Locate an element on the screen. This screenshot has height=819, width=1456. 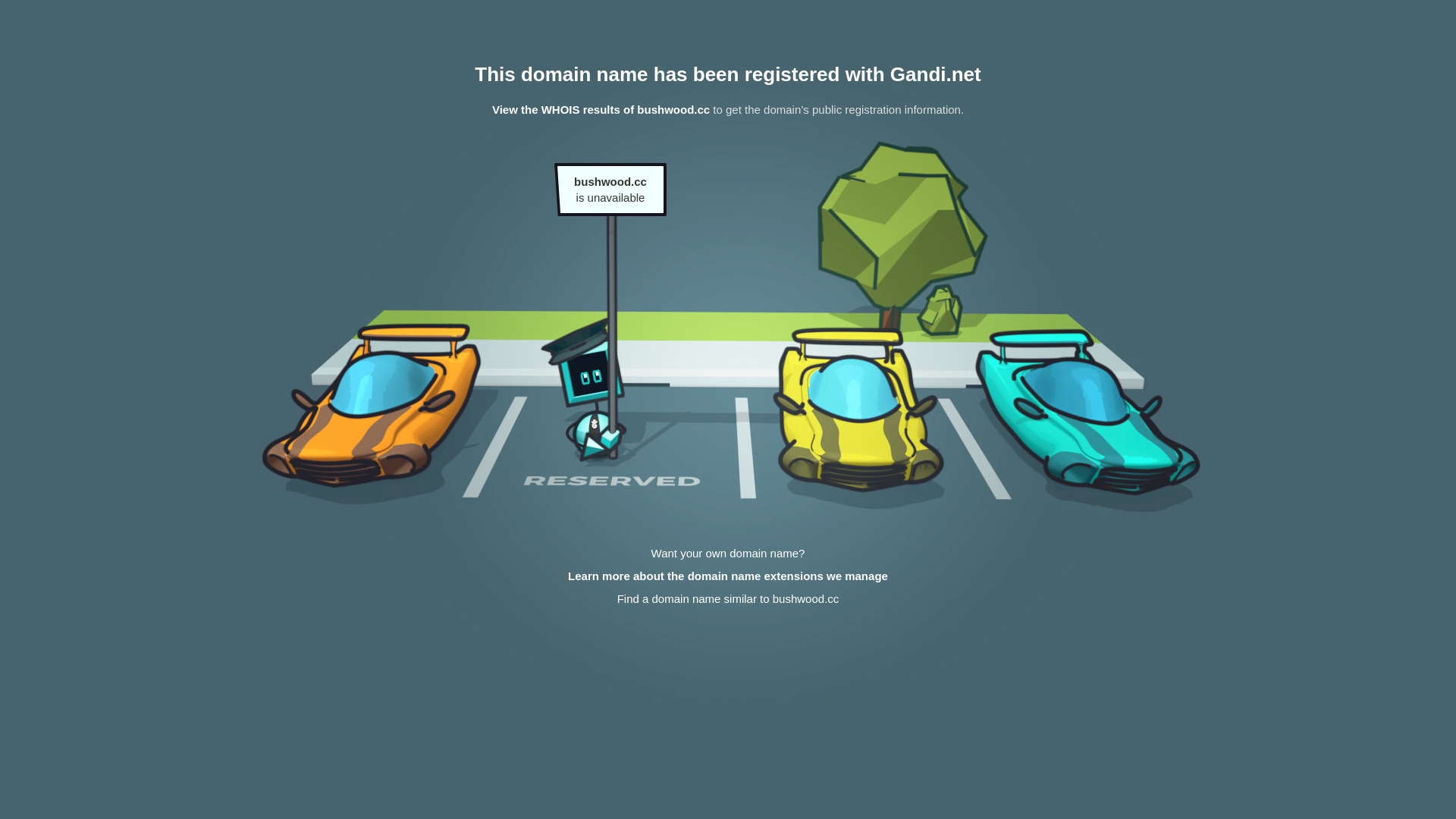
'Find a domain name similar to bushwood.cc' is located at coordinates (728, 598).